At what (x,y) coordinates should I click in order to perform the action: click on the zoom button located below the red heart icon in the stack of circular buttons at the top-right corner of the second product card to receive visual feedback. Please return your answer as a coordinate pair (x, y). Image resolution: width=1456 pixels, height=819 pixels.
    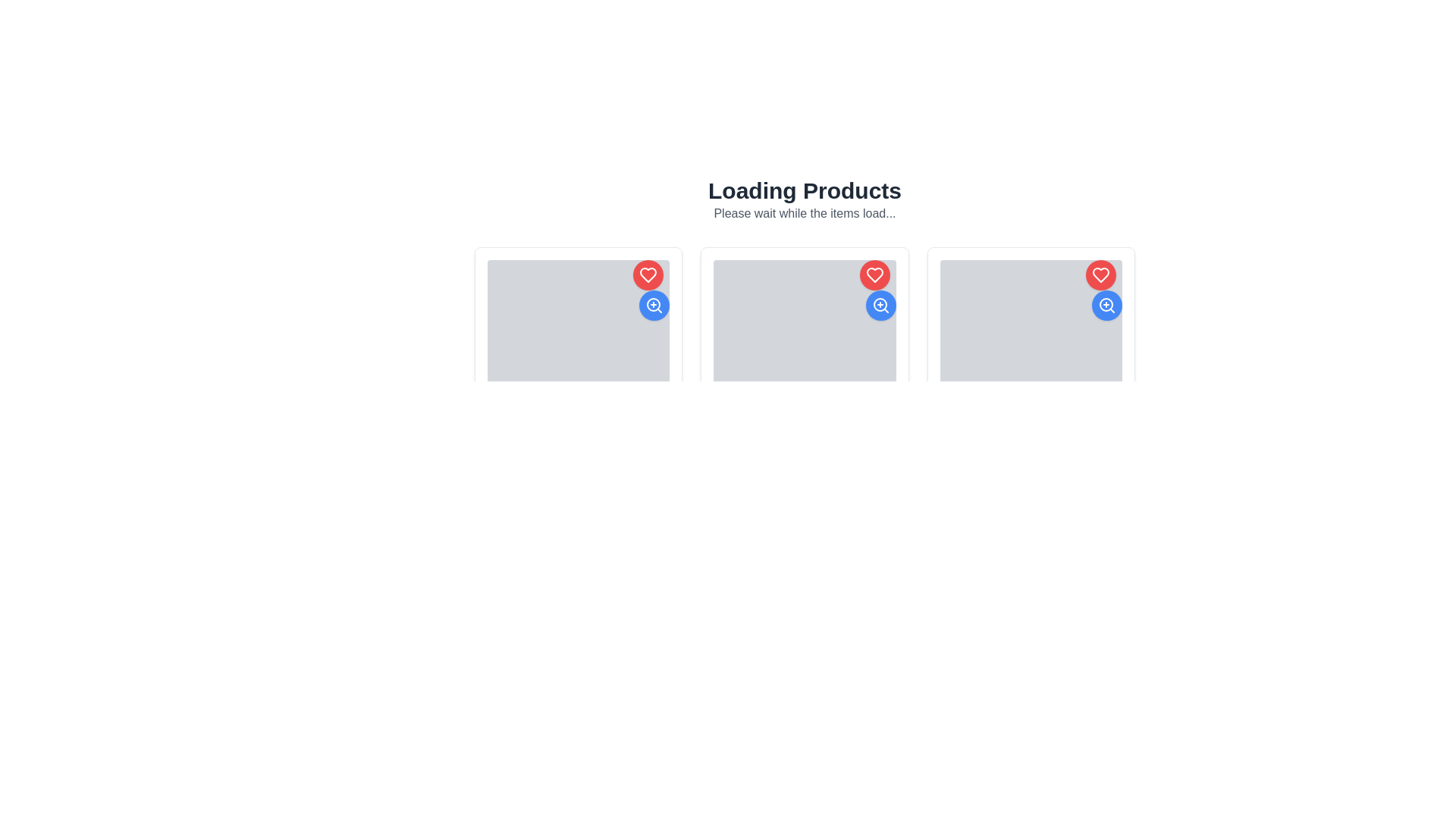
    Looking at the image, I should click on (877, 290).